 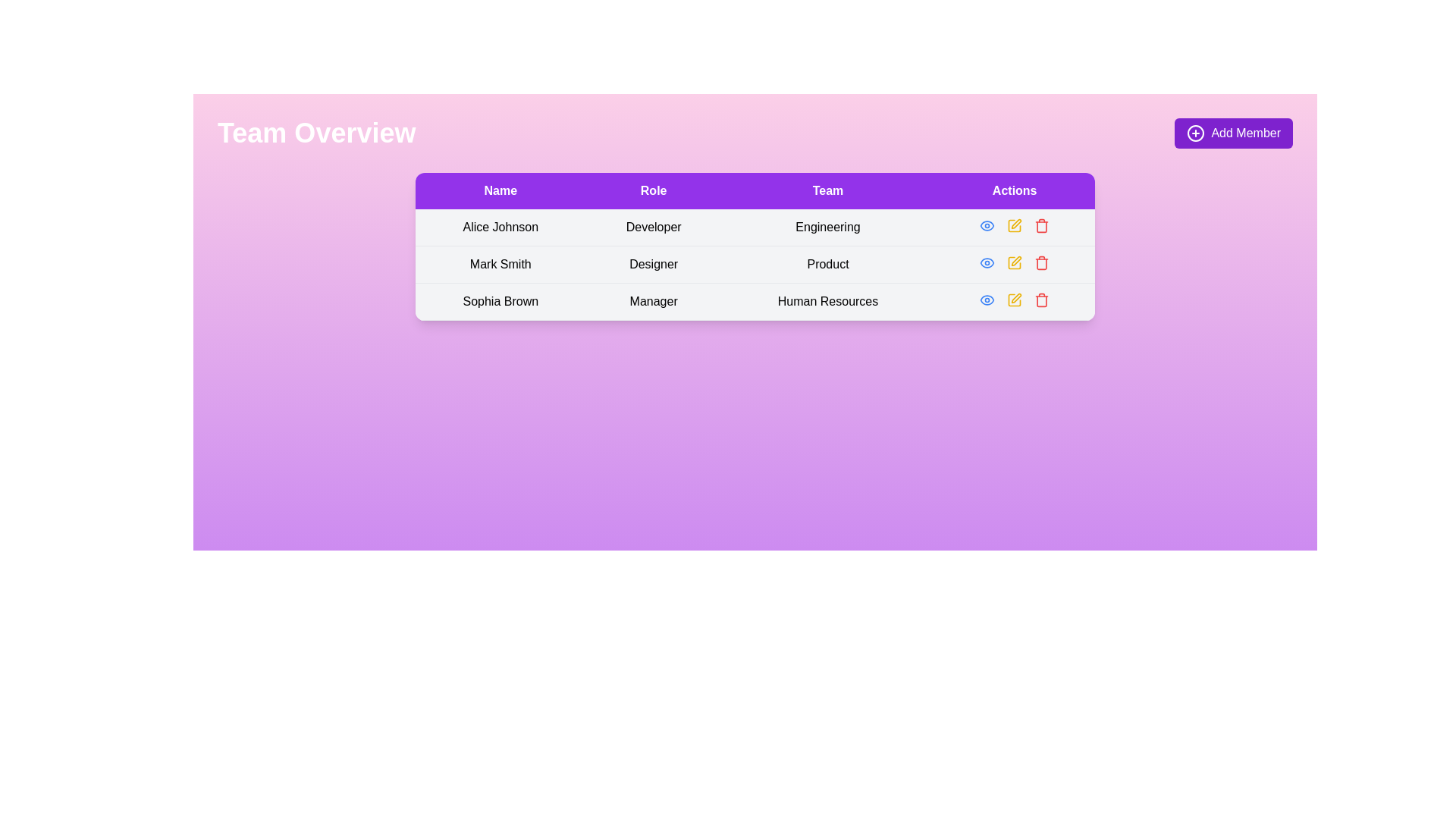 I want to click on the 'Developer' text label in the 'Role' column of the first data row, which corresponds to 'Alice Johnson', so click(x=654, y=227).